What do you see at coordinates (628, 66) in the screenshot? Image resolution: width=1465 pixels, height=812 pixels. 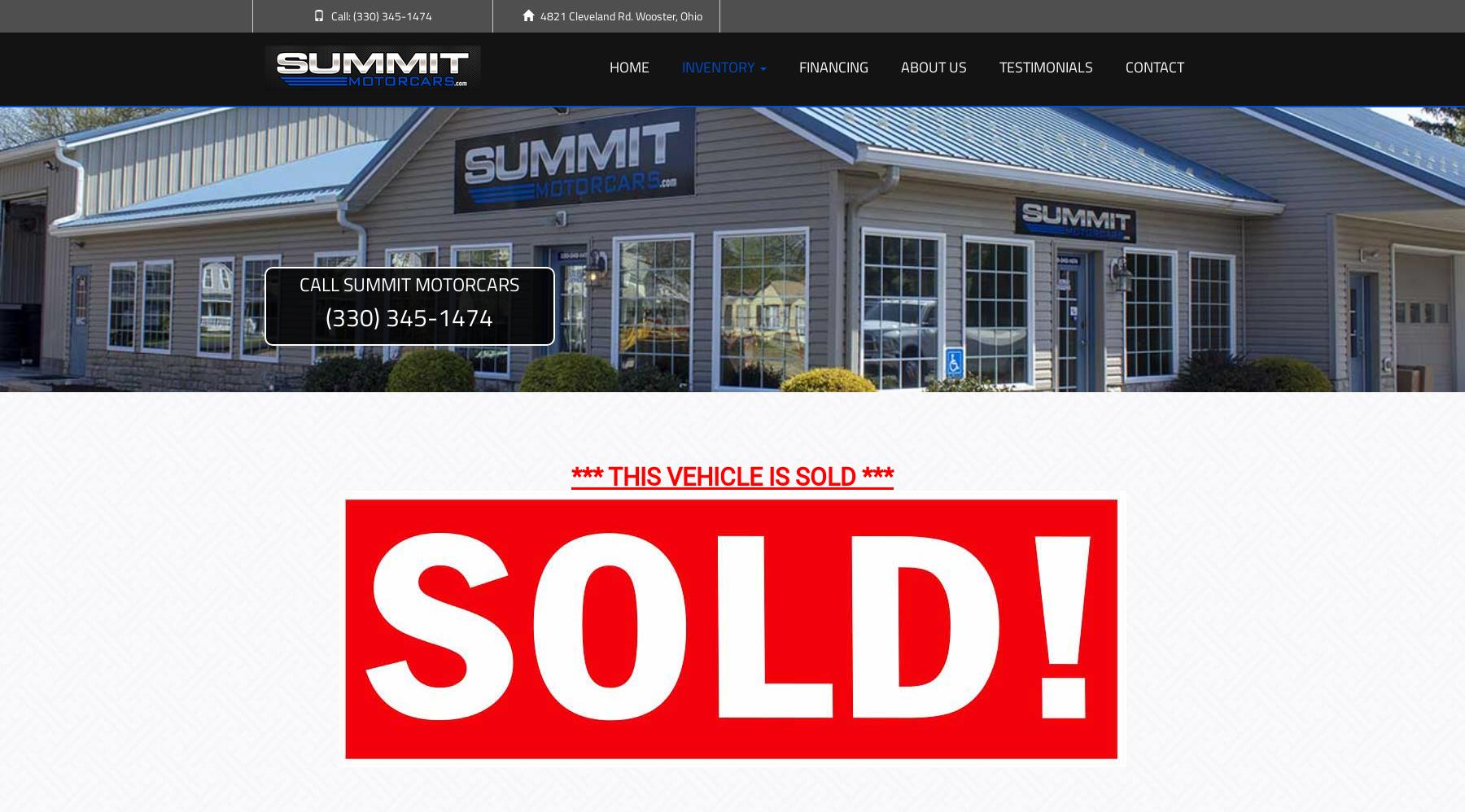 I see `'Home'` at bounding box center [628, 66].